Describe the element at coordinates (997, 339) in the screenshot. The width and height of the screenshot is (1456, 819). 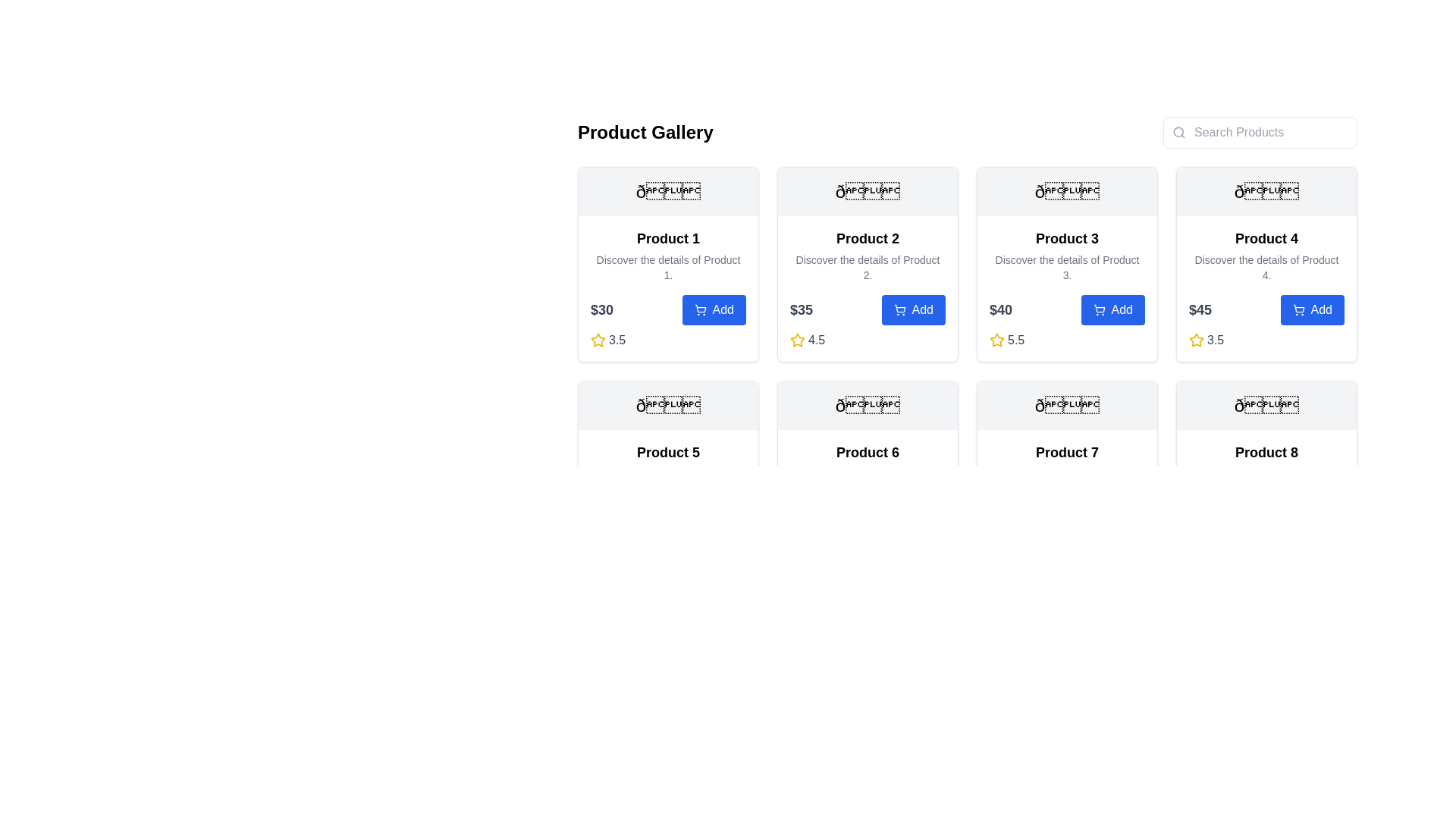
I see `the star rating icon for 'Product 3', which is positioned to the left of the rating value '5.5'` at that location.